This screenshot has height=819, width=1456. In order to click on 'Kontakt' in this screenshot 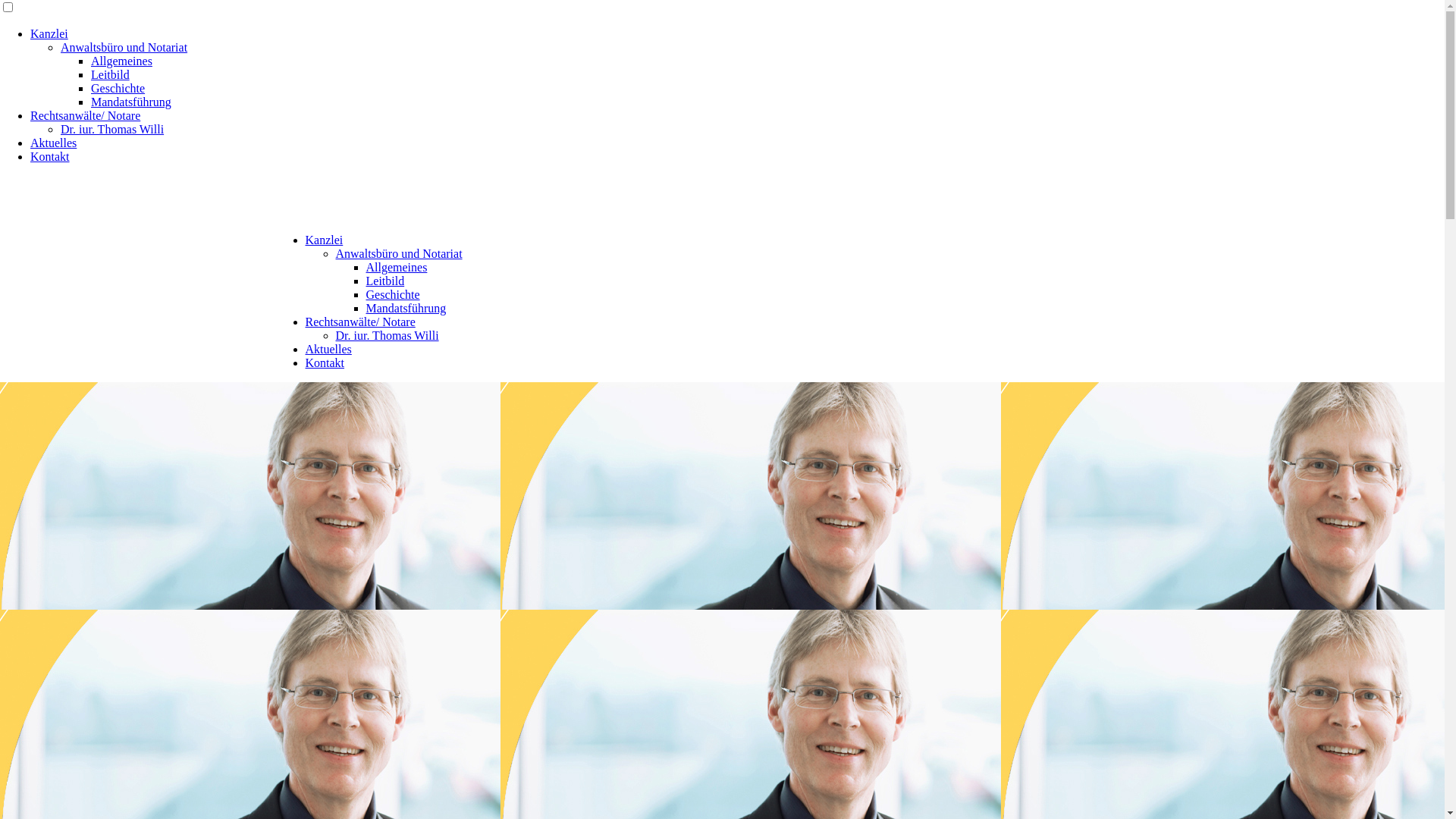, I will do `click(50, 156)`.